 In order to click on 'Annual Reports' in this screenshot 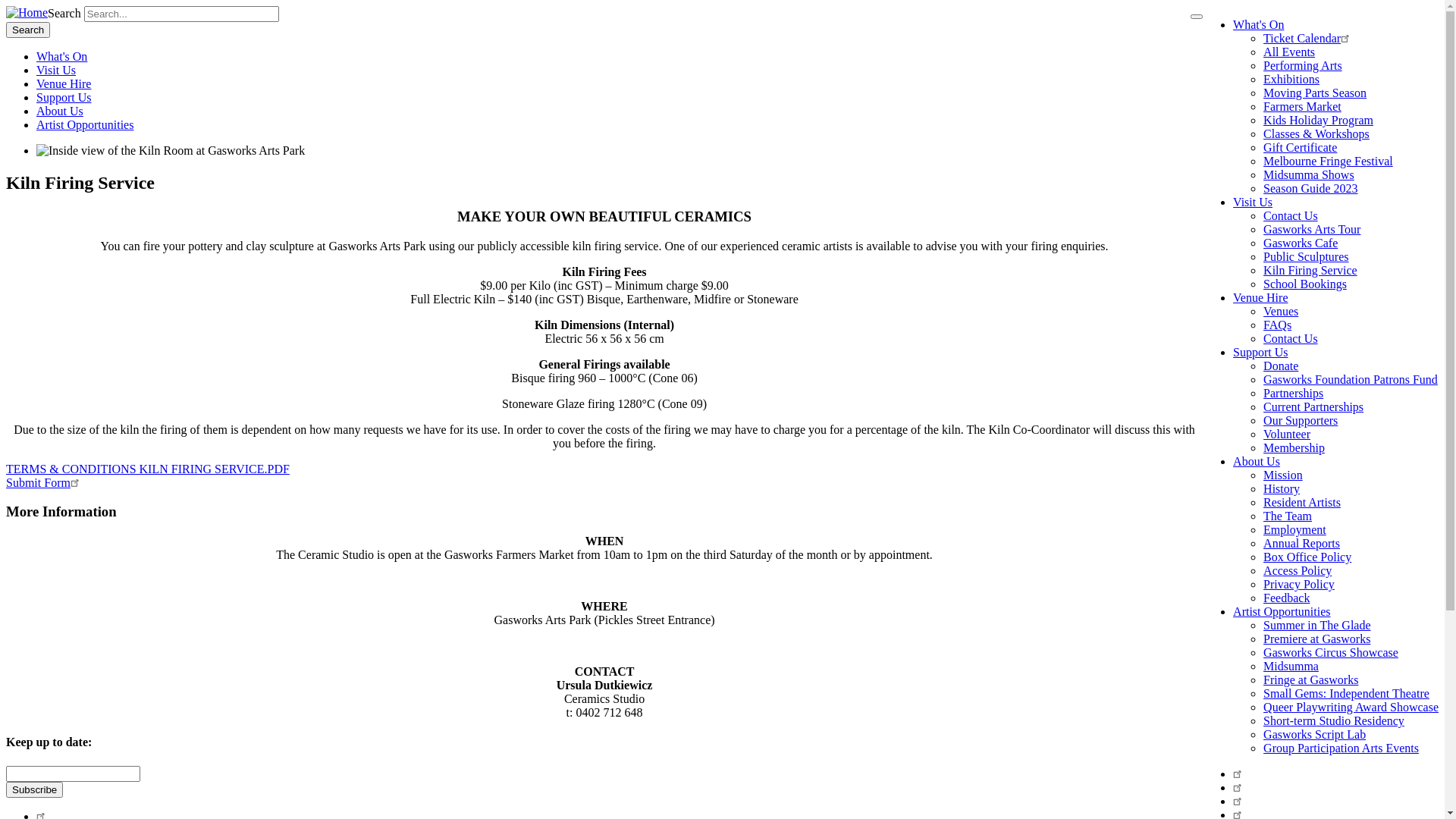, I will do `click(1301, 542)`.